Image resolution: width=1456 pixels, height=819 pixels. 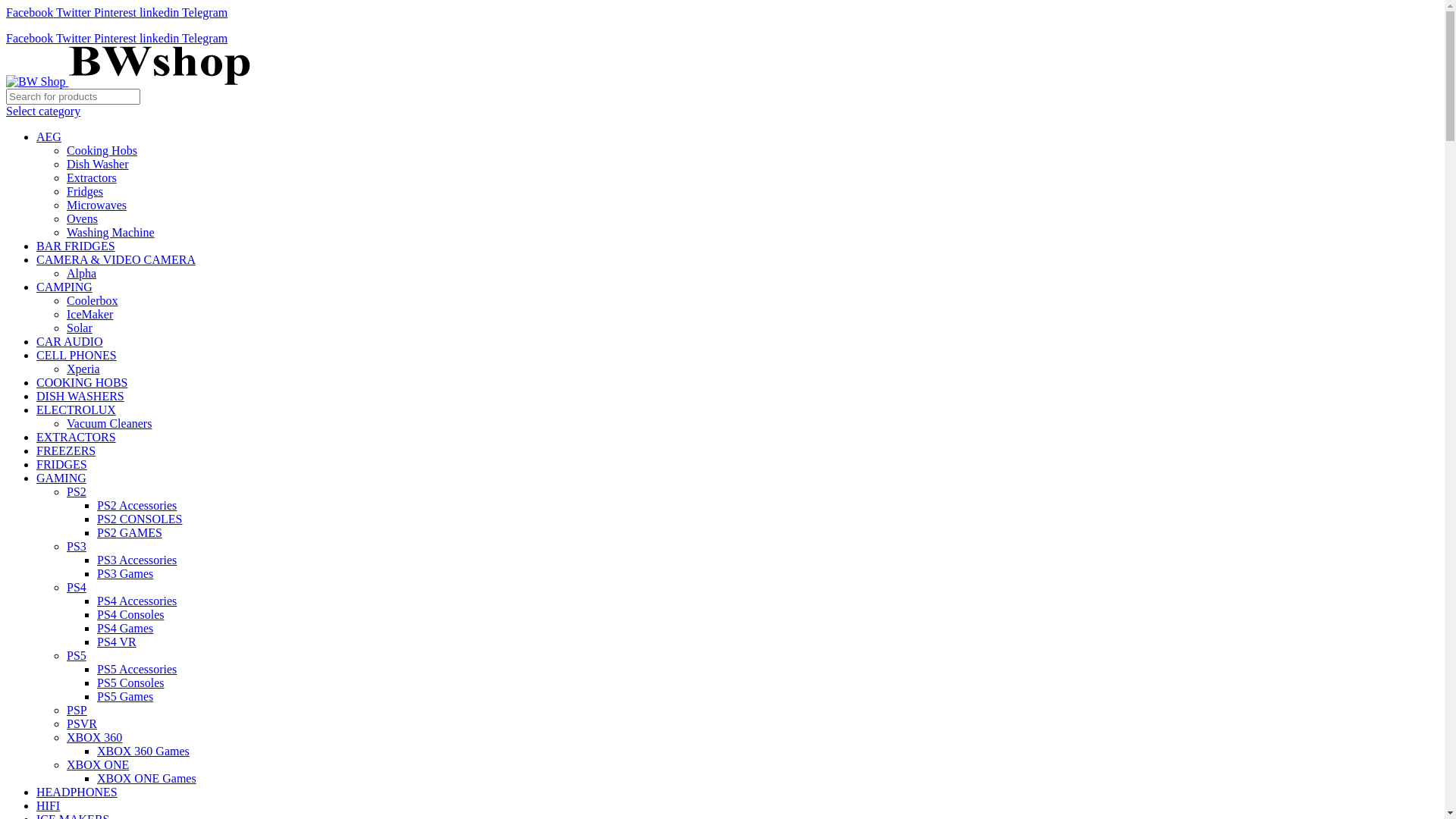 What do you see at coordinates (81, 218) in the screenshot?
I see `'Ovens'` at bounding box center [81, 218].